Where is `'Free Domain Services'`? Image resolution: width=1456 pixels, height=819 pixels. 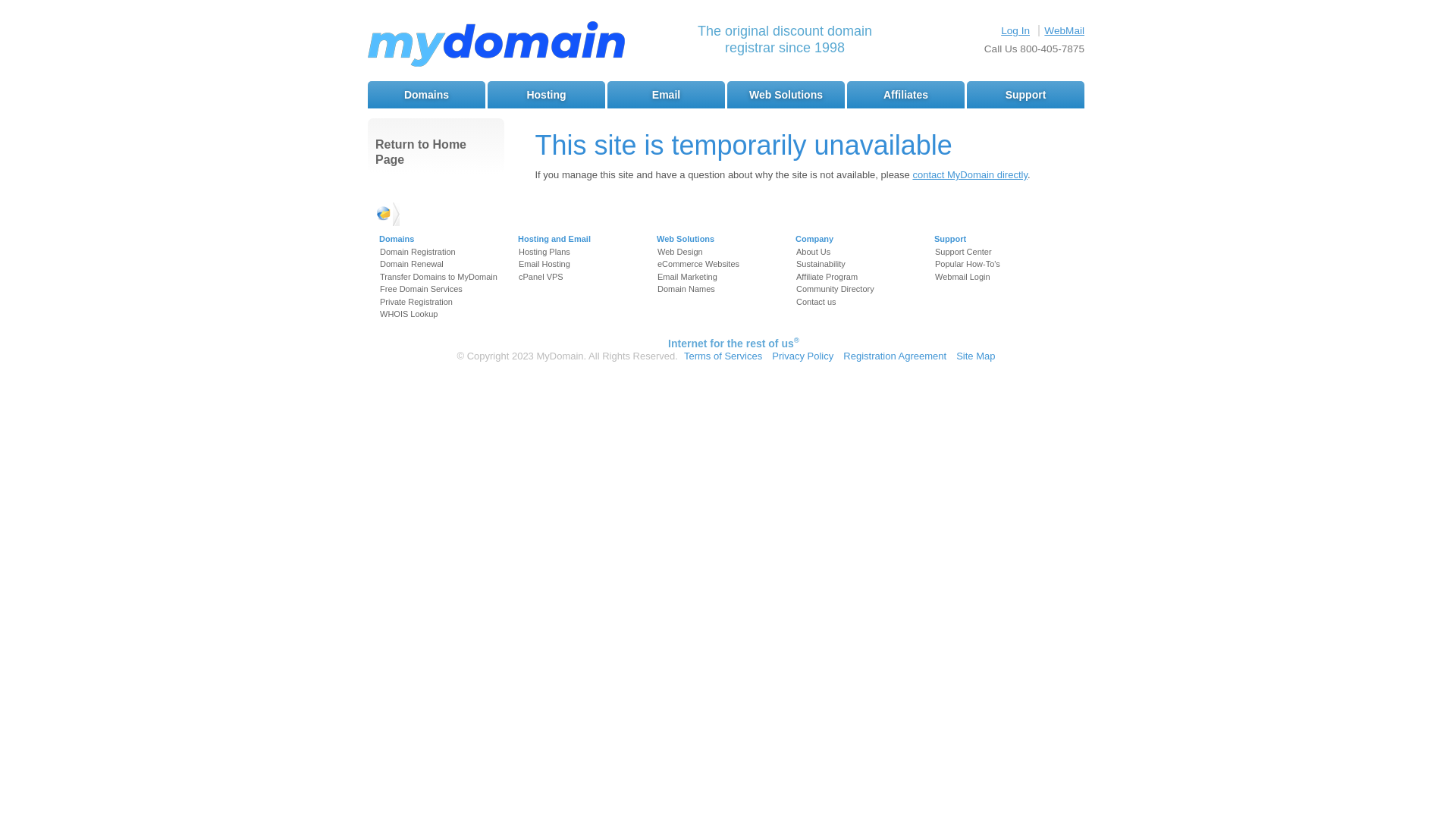 'Free Domain Services' is located at coordinates (421, 289).